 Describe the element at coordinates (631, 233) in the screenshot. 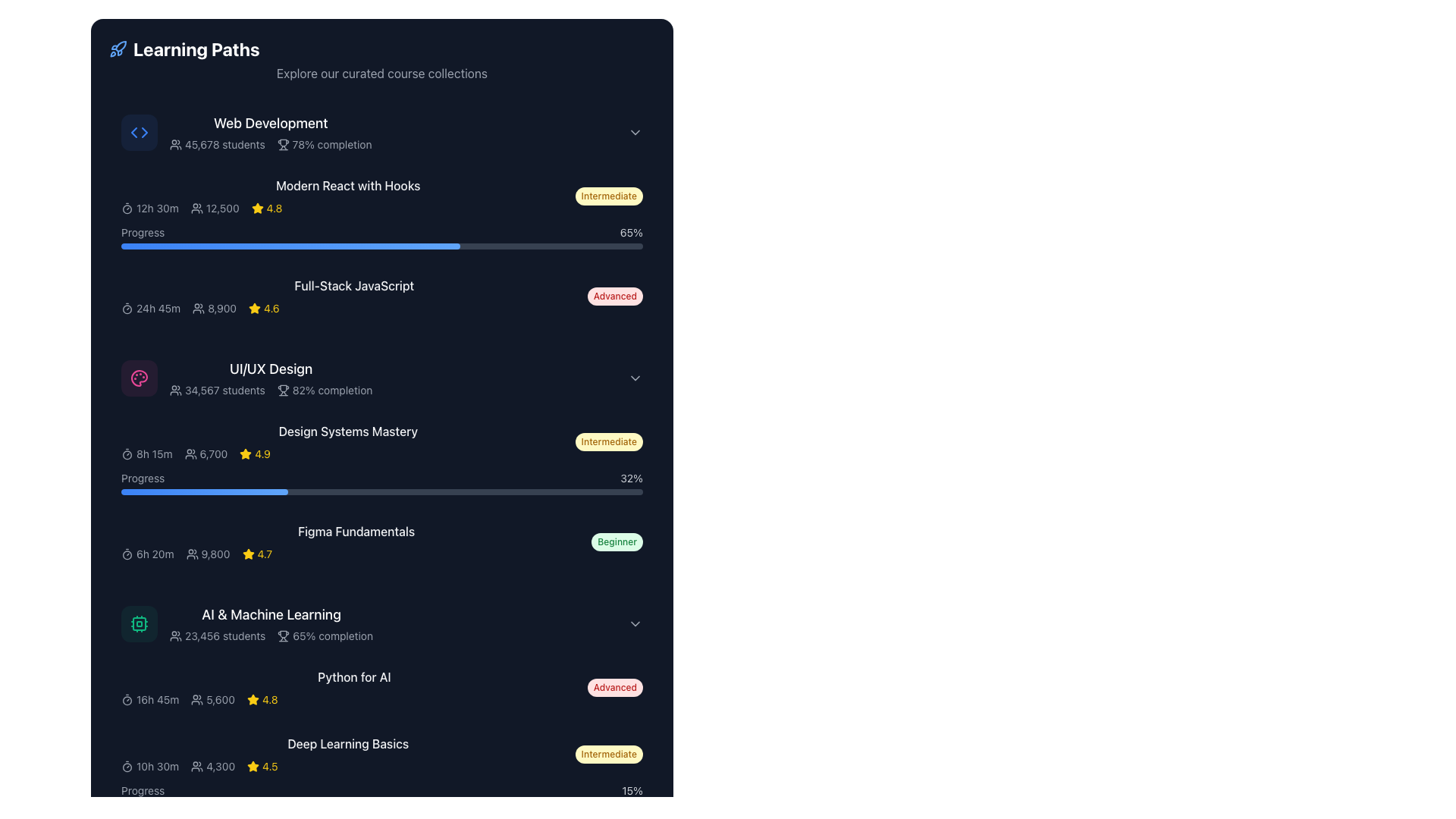

I see `value displayed by the progress indicator text label located at the top-right corner of the progress bar for the 'AI & Machine Learning' course` at that location.